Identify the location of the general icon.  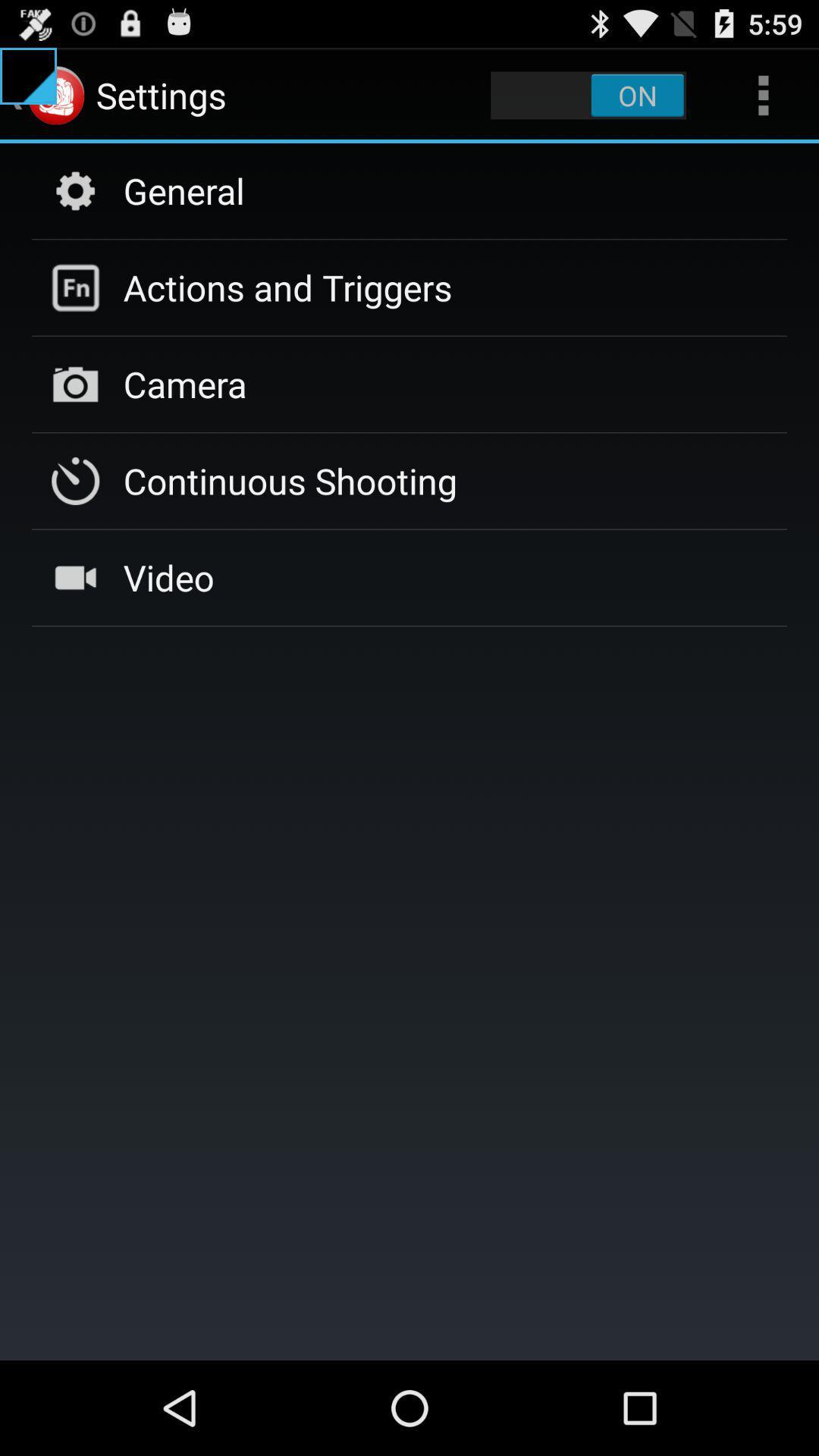
(183, 190).